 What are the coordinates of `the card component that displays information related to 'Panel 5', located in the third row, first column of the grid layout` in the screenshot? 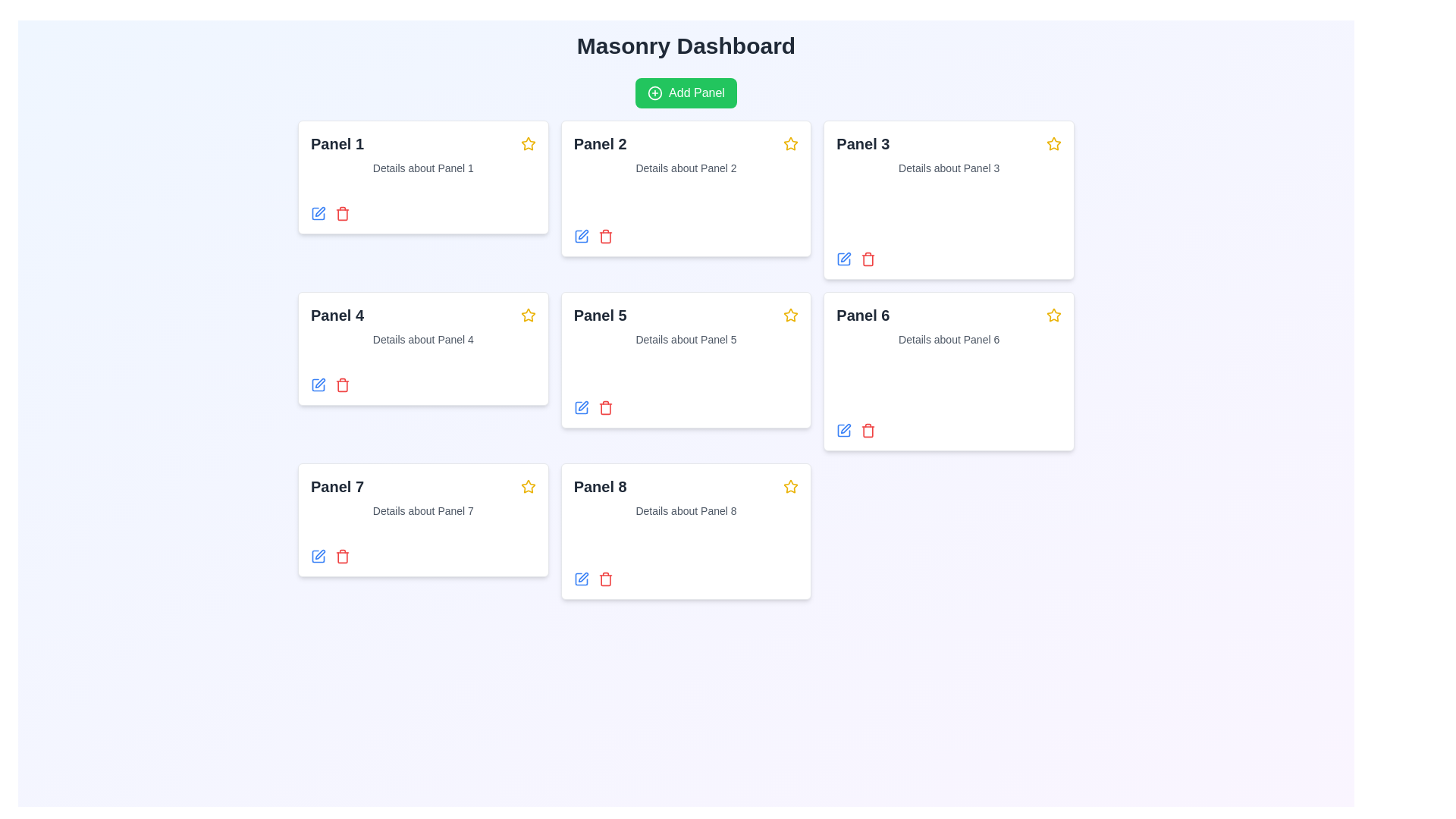 It's located at (685, 359).